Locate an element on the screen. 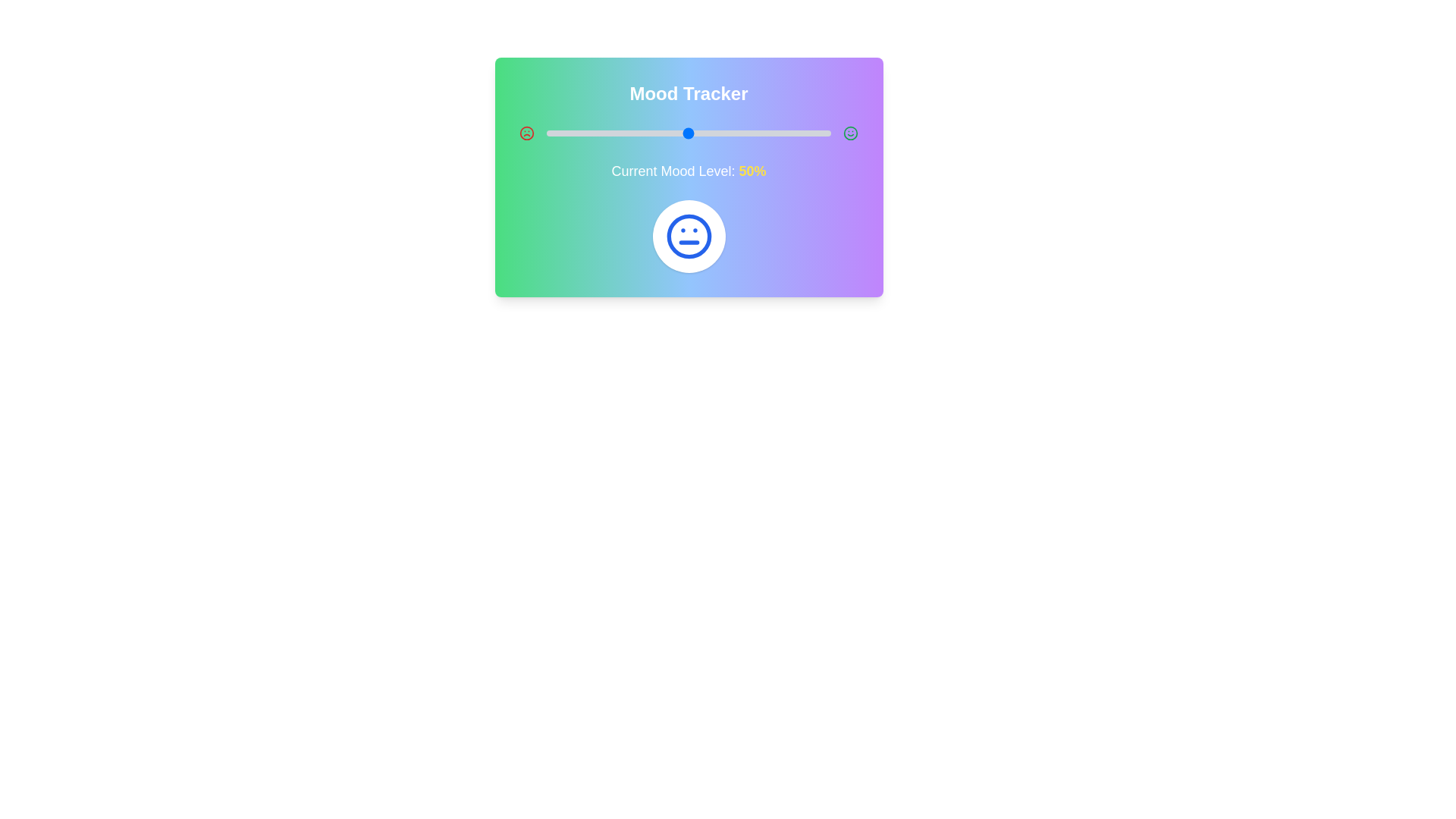  the mood level to 41% by interacting with the slider is located at coordinates (663, 133).